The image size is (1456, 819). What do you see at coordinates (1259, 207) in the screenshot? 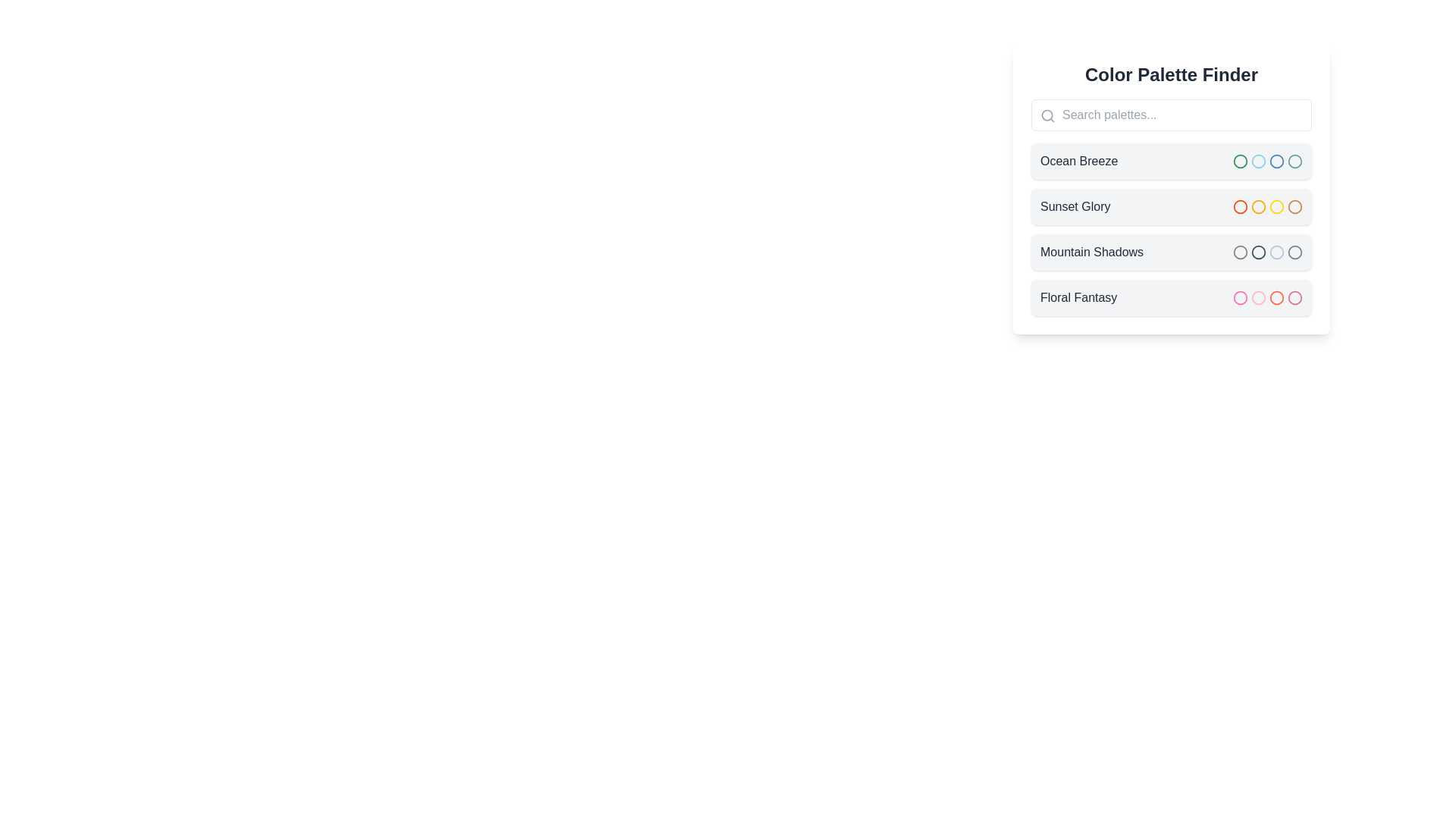
I see `on the second circular orange icon in the 'Color Palette Finder' interface` at bounding box center [1259, 207].